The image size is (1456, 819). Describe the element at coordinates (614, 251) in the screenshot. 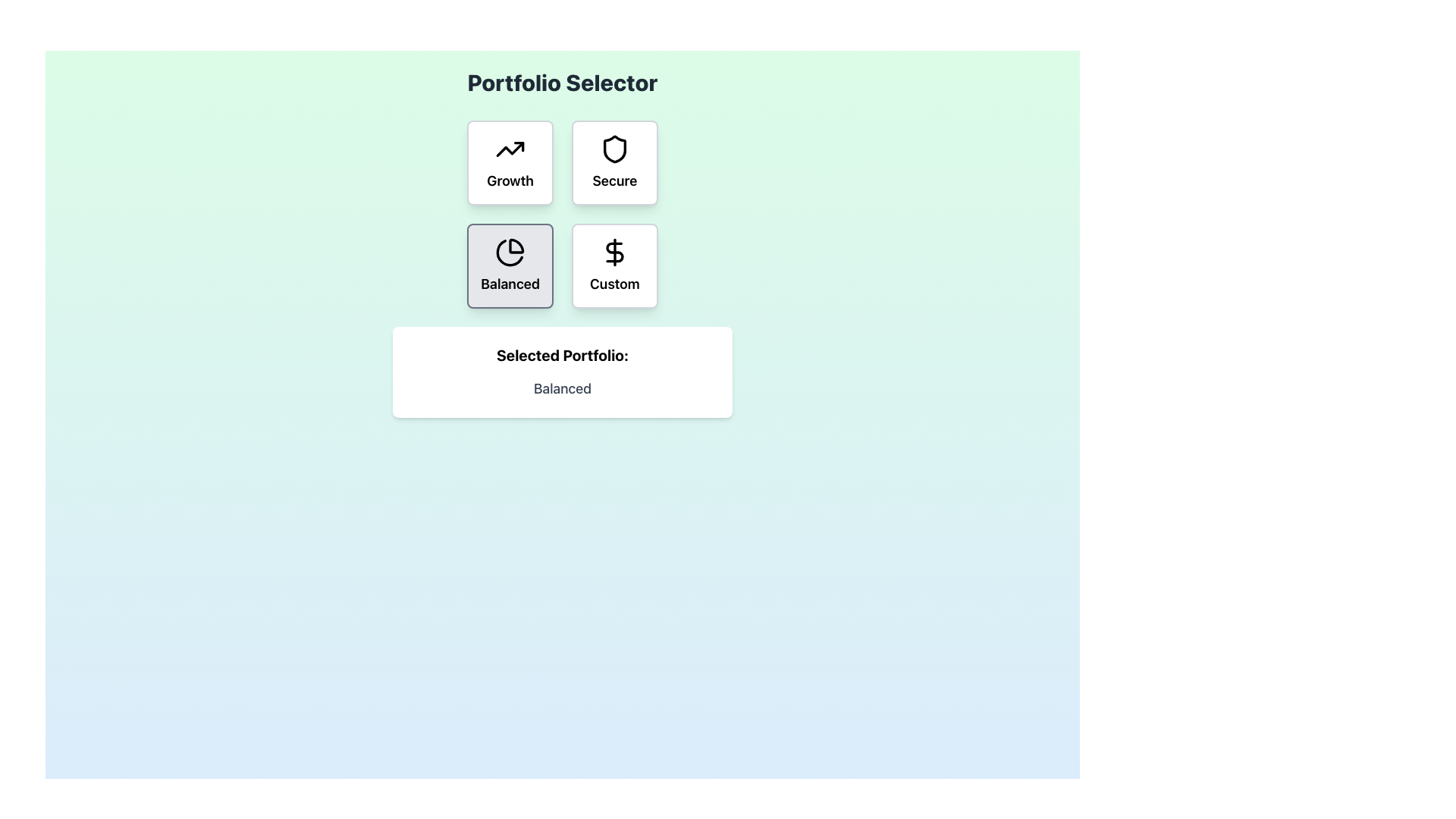

I see `the dollar symbol icon in the bottom-right button of a 2x2 grid, which signifies monetary or customizable options` at that location.